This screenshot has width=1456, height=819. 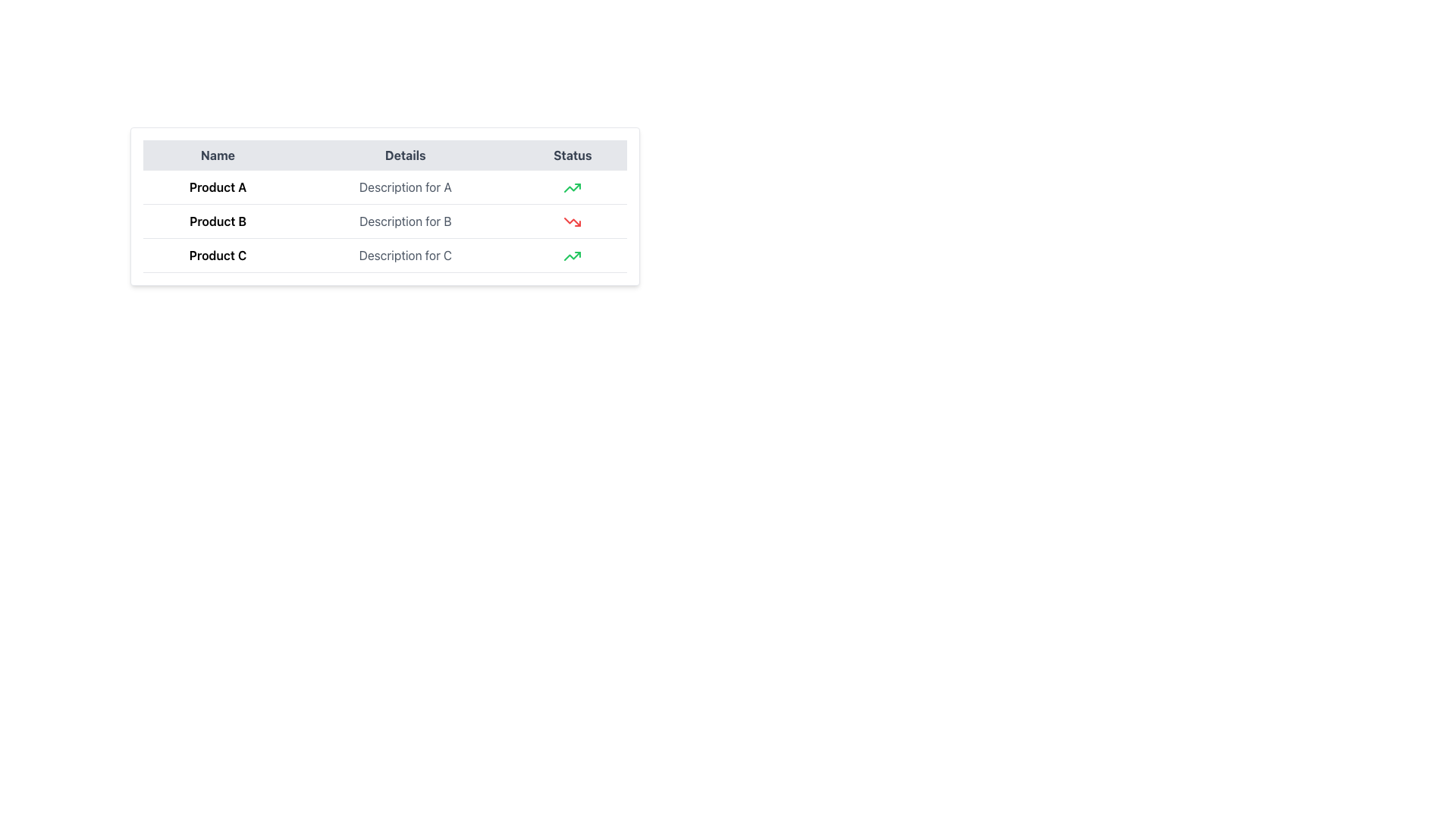 I want to click on red angular line shaped icon representing a downward trend located in the 'Status' column of the second row in a table layout, so click(x=572, y=222).